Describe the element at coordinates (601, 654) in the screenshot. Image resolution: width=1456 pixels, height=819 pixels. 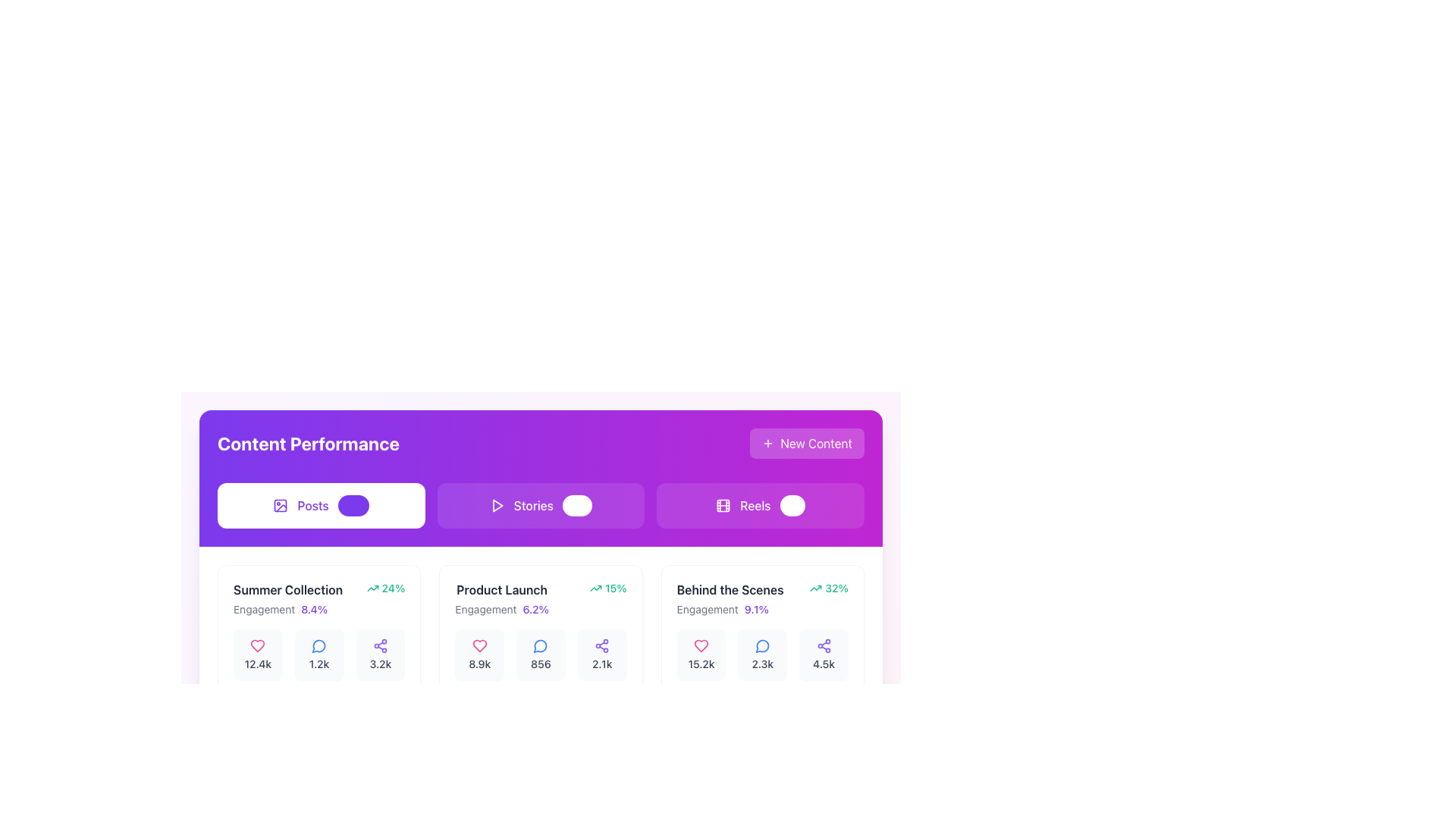
I see `the Informational widget displaying the share count (2.1k) for the 'Product Launch' content type, located under the 'Stories' tab in the 'Content Performance' panel` at that location.